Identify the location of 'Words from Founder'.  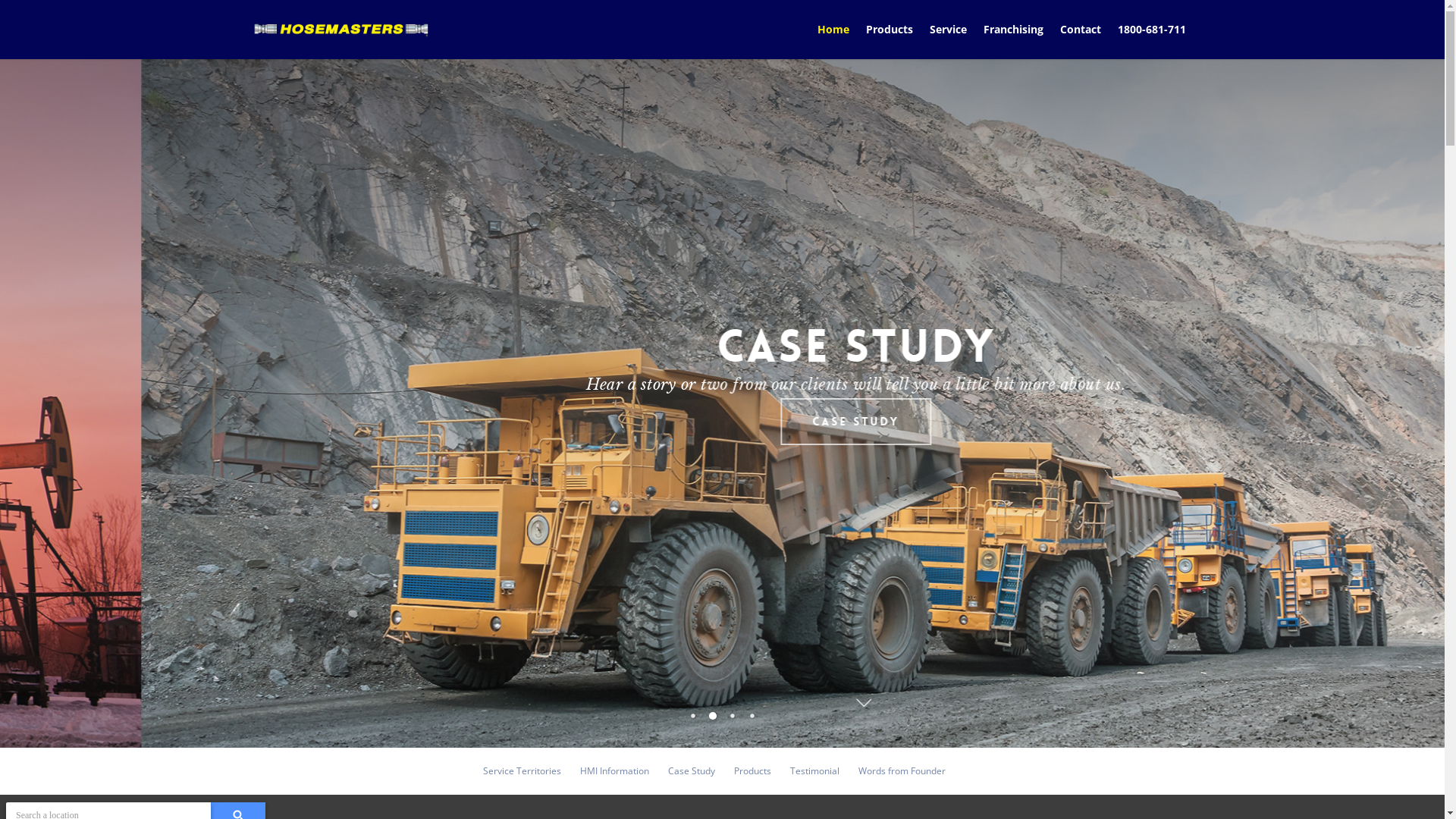
(902, 771).